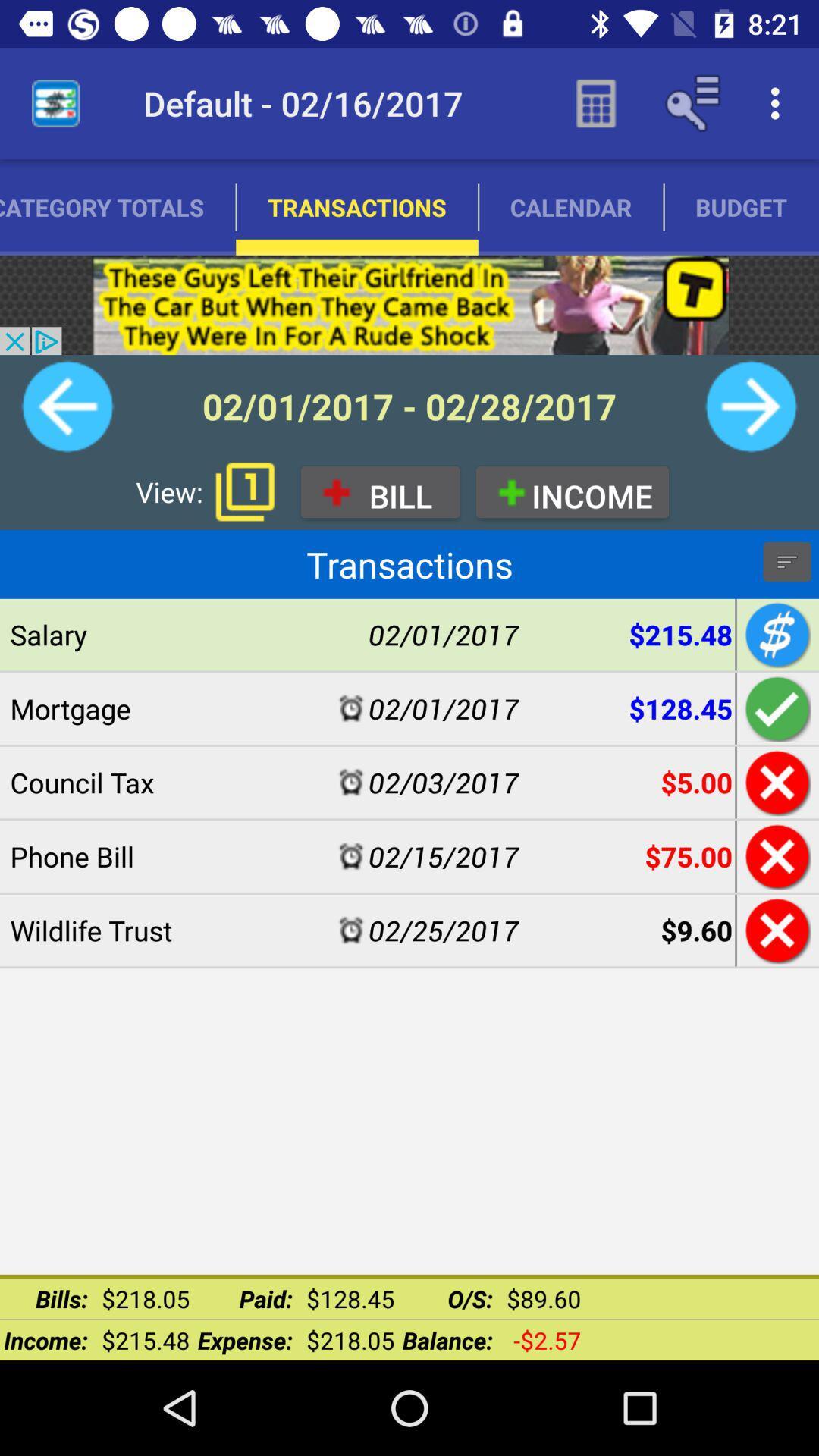 The height and width of the screenshot is (1456, 819). What do you see at coordinates (775, 856) in the screenshot?
I see `cancel` at bounding box center [775, 856].